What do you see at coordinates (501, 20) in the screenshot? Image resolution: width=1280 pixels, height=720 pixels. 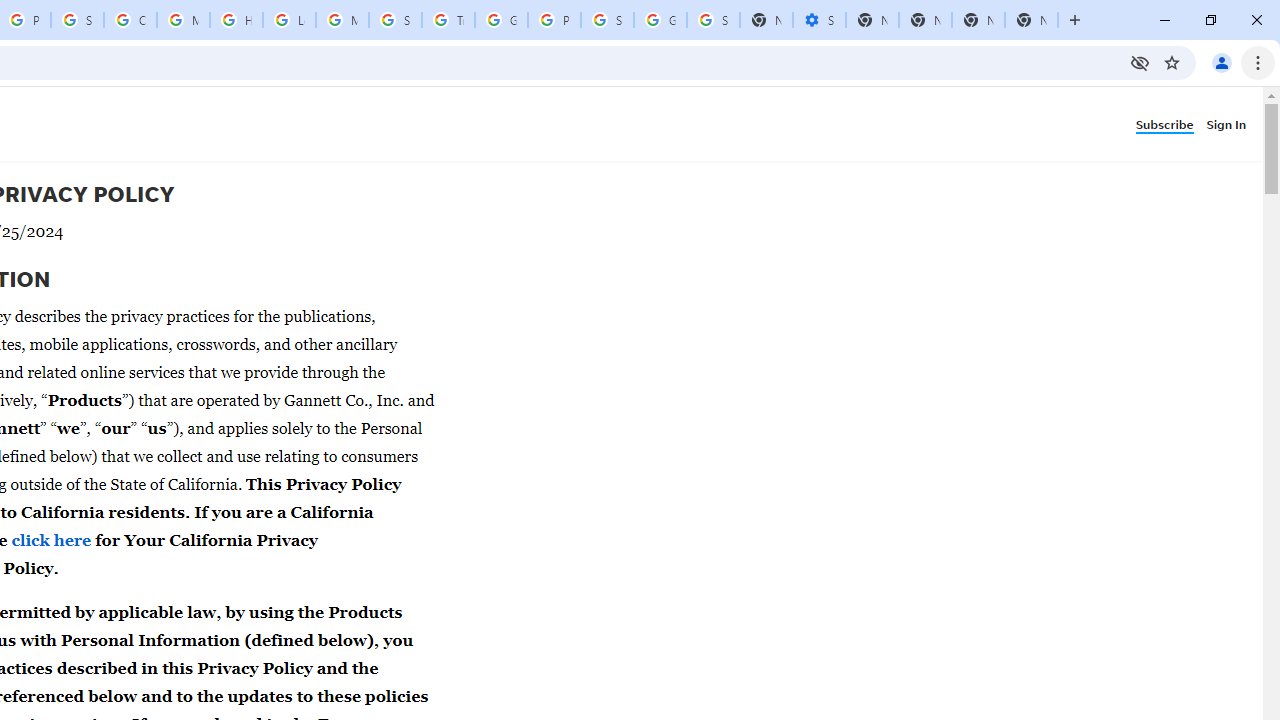 I see `'Google Ads - Sign in'` at bounding box center [501, 20].